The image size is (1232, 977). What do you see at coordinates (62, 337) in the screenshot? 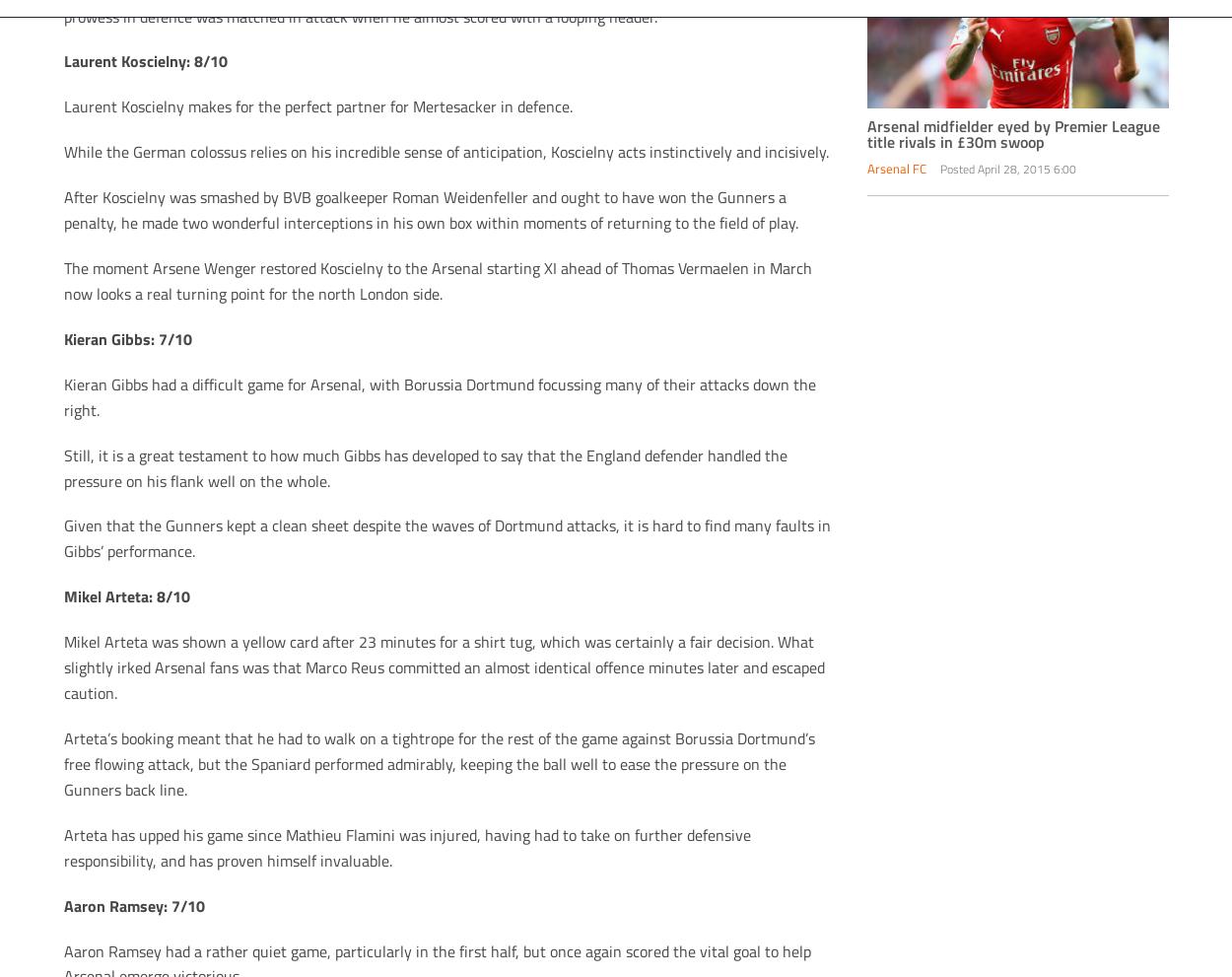
I see `'Kieran Gibbs: 7/10'` at bounding box center [62, 337].